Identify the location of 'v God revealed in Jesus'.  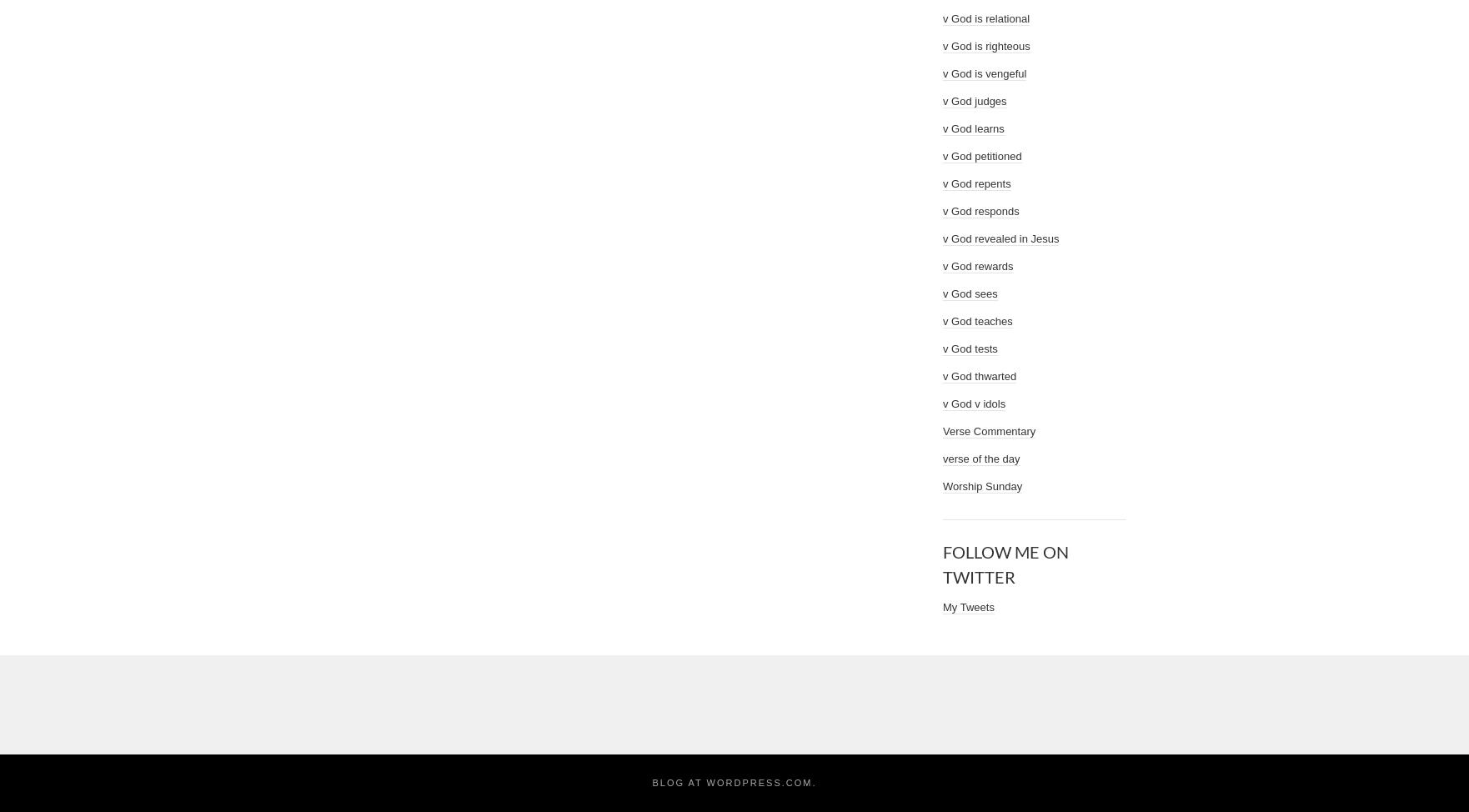
(1000, 238).